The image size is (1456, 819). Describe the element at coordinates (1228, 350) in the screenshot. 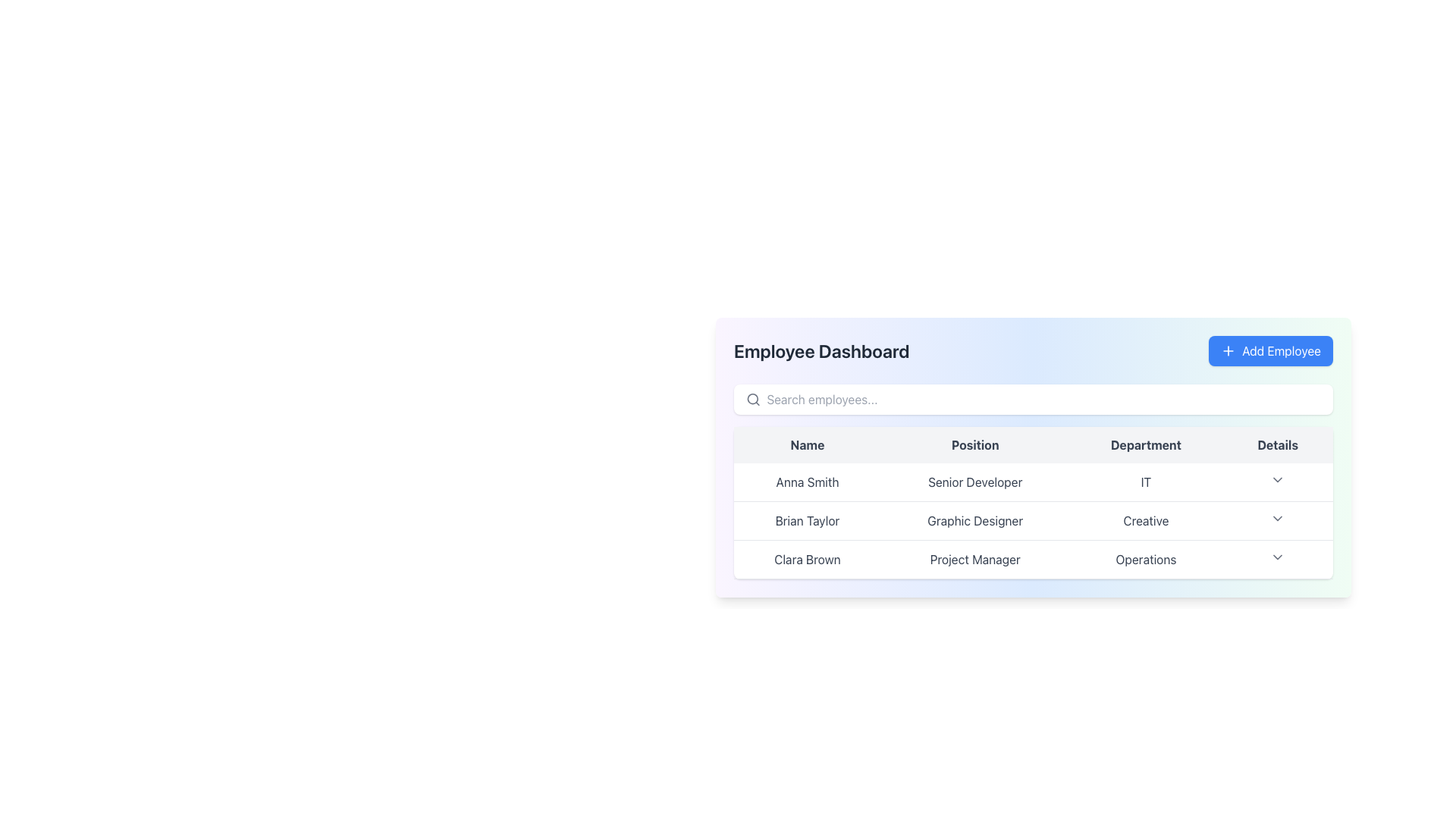

I see `the plus icon inside the blue 'Add Employee' button` at that location.